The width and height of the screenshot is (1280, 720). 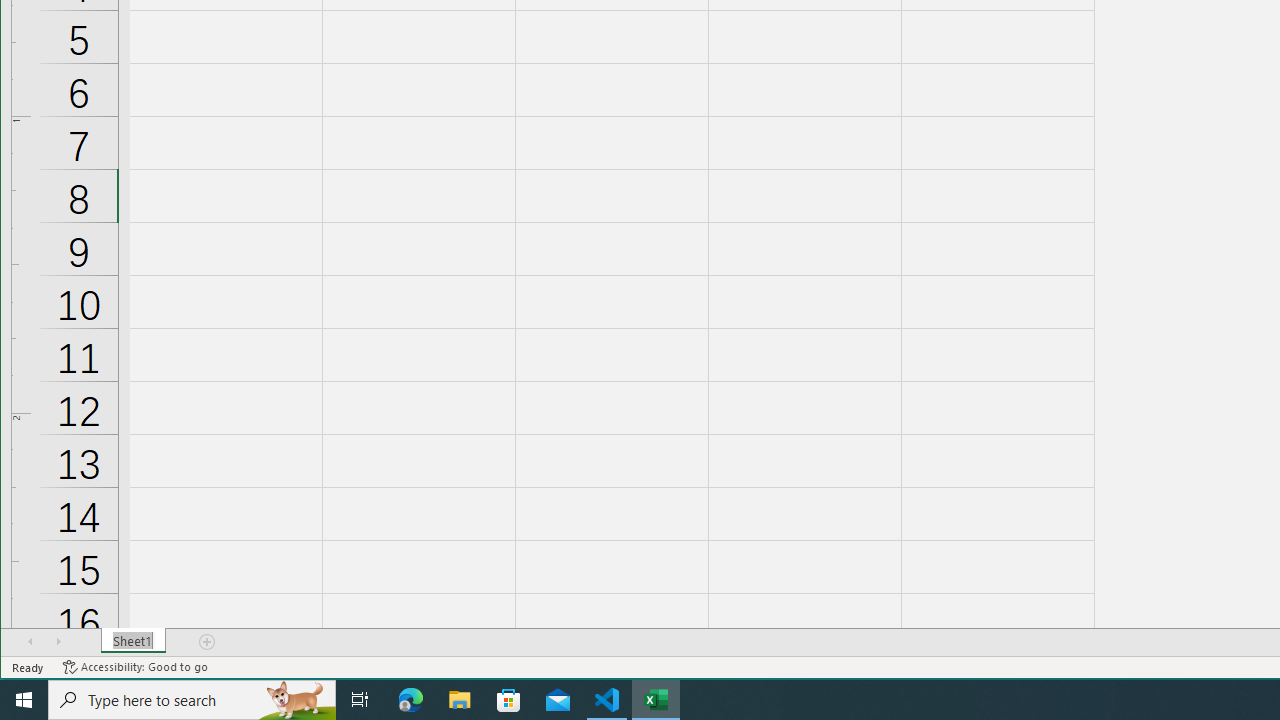 I want to click on 'Accessibility Checker Accessibility: Good to go', so click(x=134, y=667).